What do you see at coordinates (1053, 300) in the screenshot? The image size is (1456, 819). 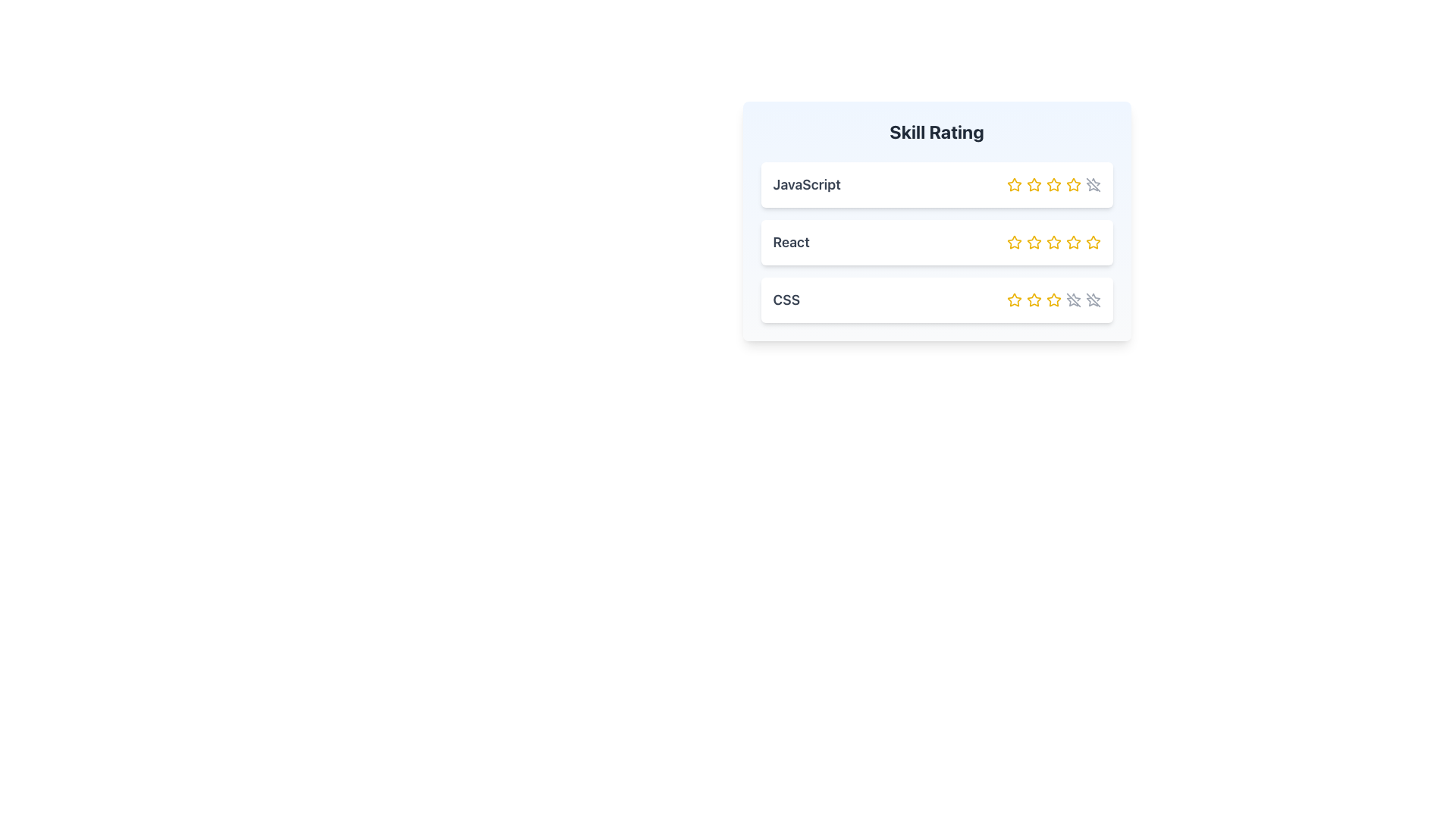 I see `the second star icon in the CSS skill rating, located in the third row of the skill rating table` at bounding box center [1053, 300].